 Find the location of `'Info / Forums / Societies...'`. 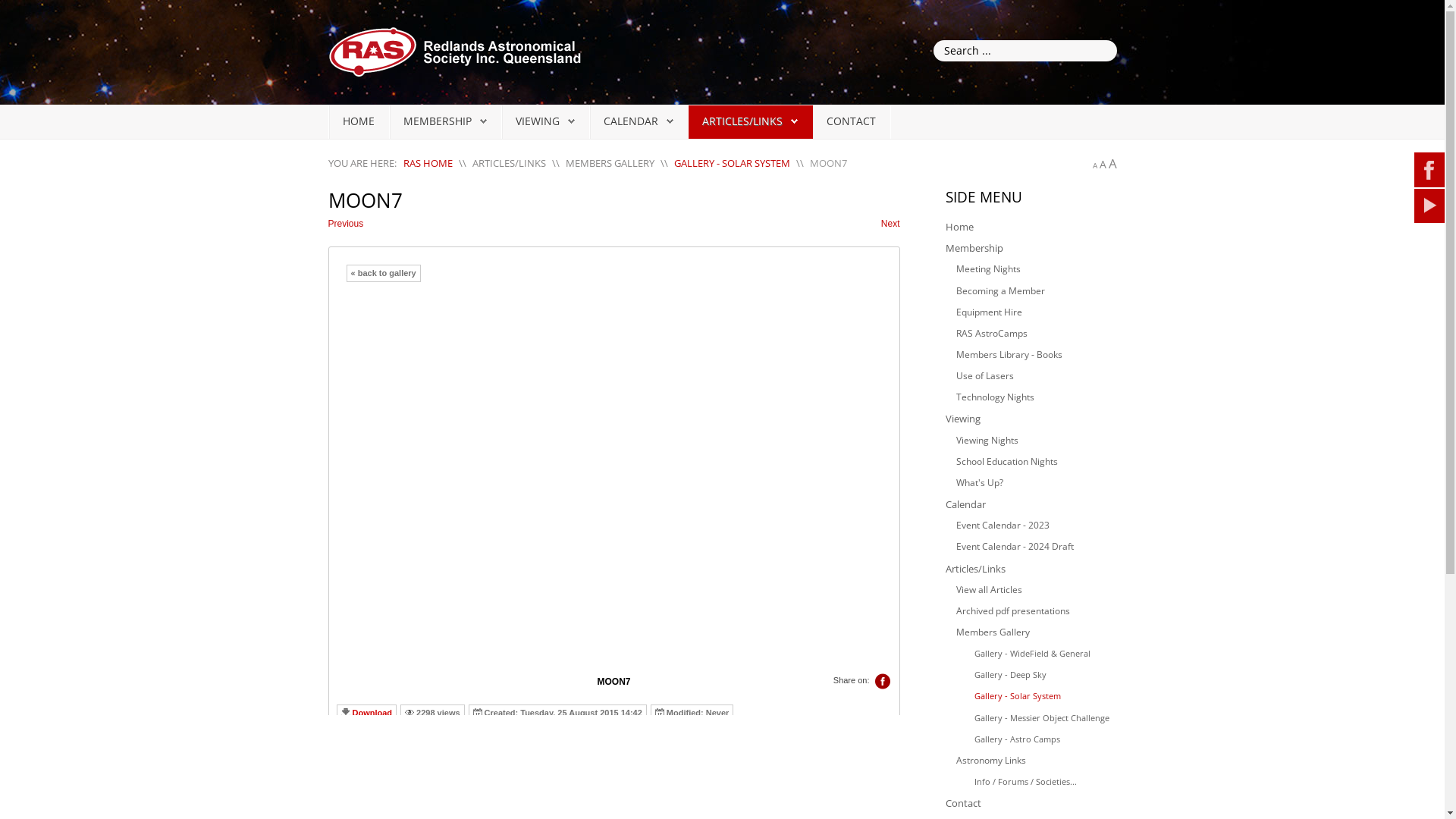

'Info / Forums / Societies...' is located at coordinates (1040, 781).